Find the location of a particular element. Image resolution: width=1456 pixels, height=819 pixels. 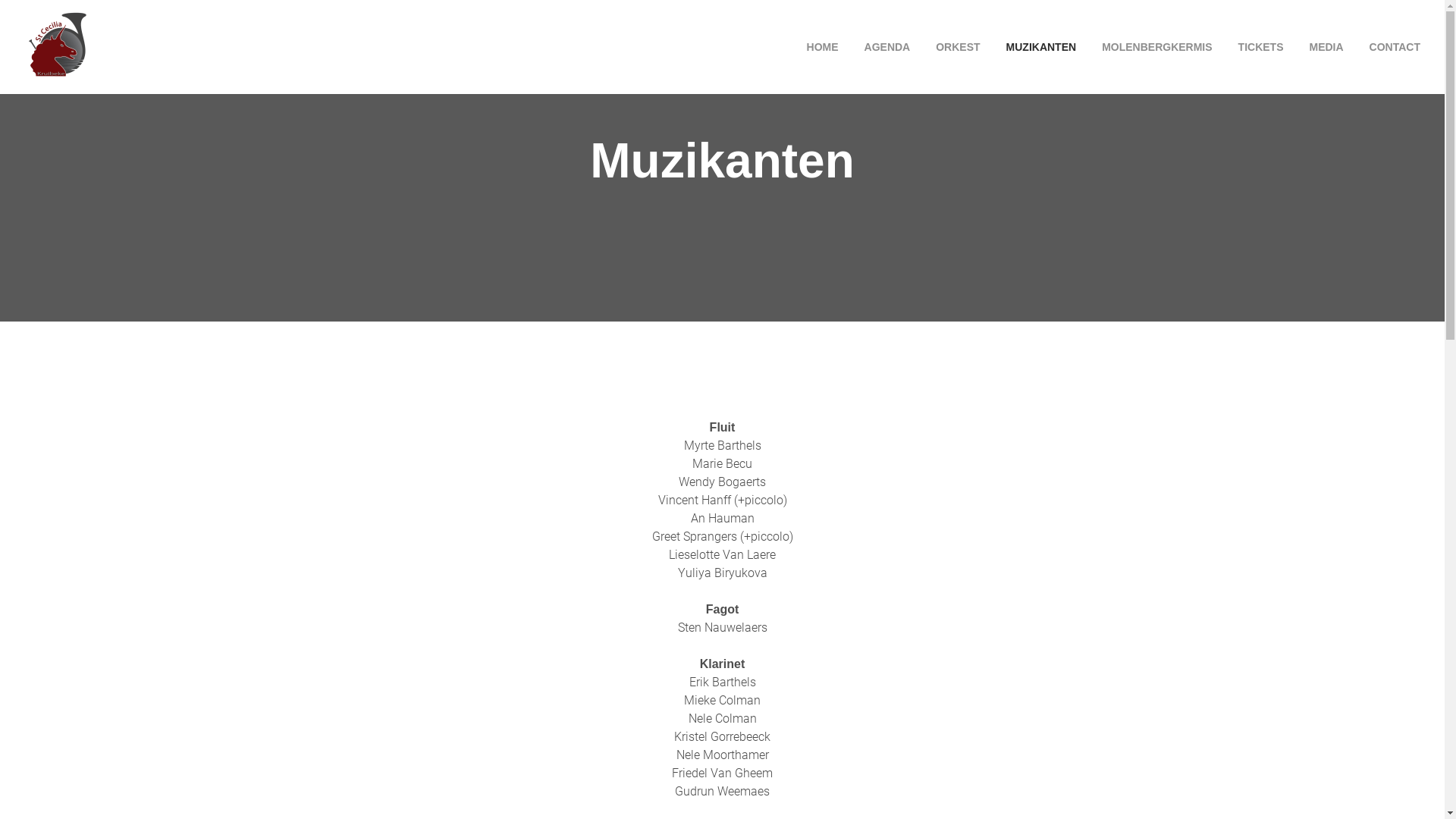

'CONTACT' is located at coordinates (1389, 45).